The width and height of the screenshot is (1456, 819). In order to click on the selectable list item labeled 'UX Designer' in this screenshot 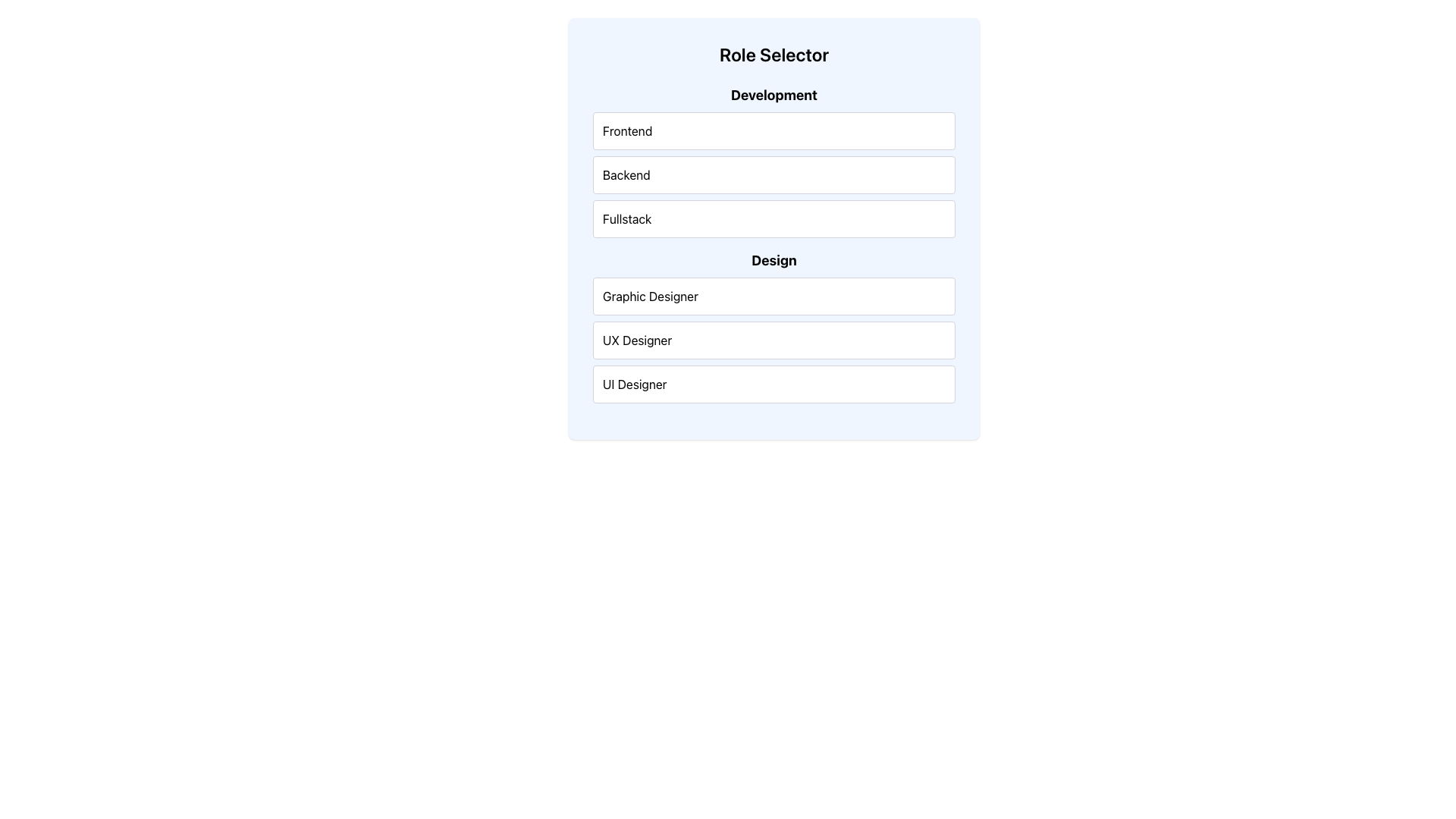, I will do `click(774, 339)`.